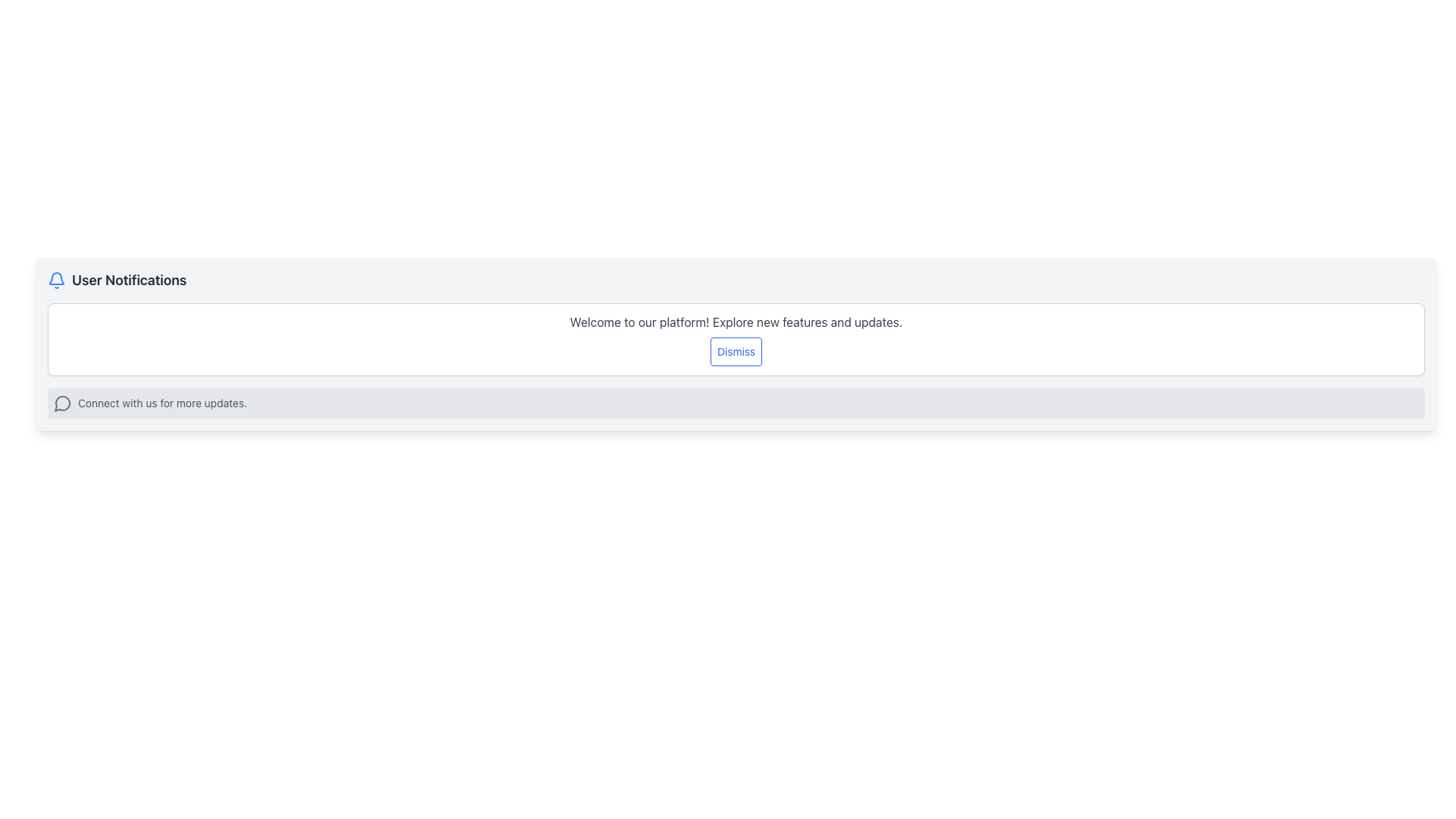 Image resolution: width=1456 pixels, height=819 pixels. What do you see at coordinates (162, 403) in the screenshot?
I see `the text label that states 'Connect with us for more updates.' which is styled in a small gray font and positioned as the rightmost element in a horizontally-arranged group next to the message icon` at bounding box center [162, 403].